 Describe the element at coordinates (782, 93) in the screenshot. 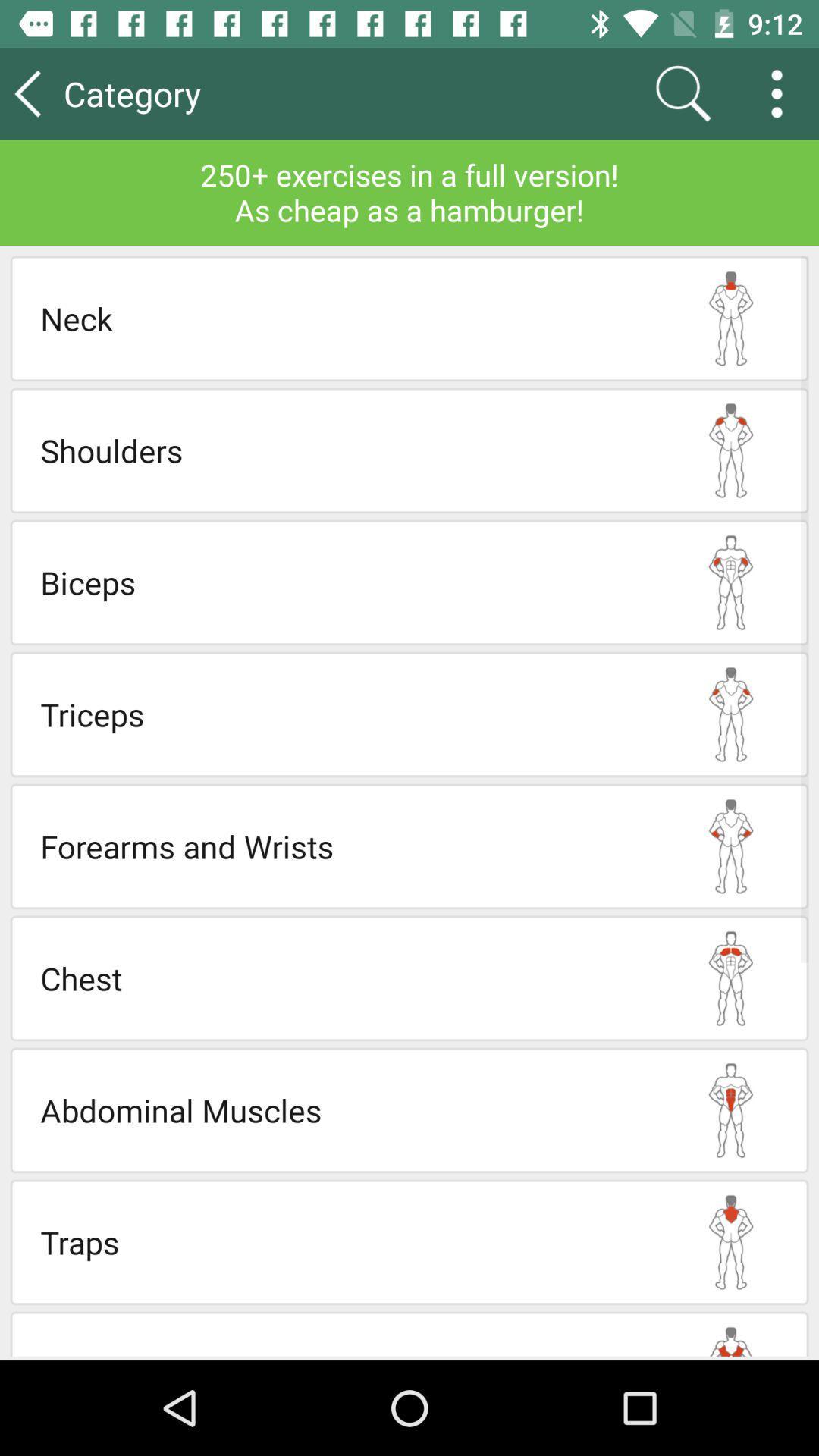

I see `the more icon` at that location.